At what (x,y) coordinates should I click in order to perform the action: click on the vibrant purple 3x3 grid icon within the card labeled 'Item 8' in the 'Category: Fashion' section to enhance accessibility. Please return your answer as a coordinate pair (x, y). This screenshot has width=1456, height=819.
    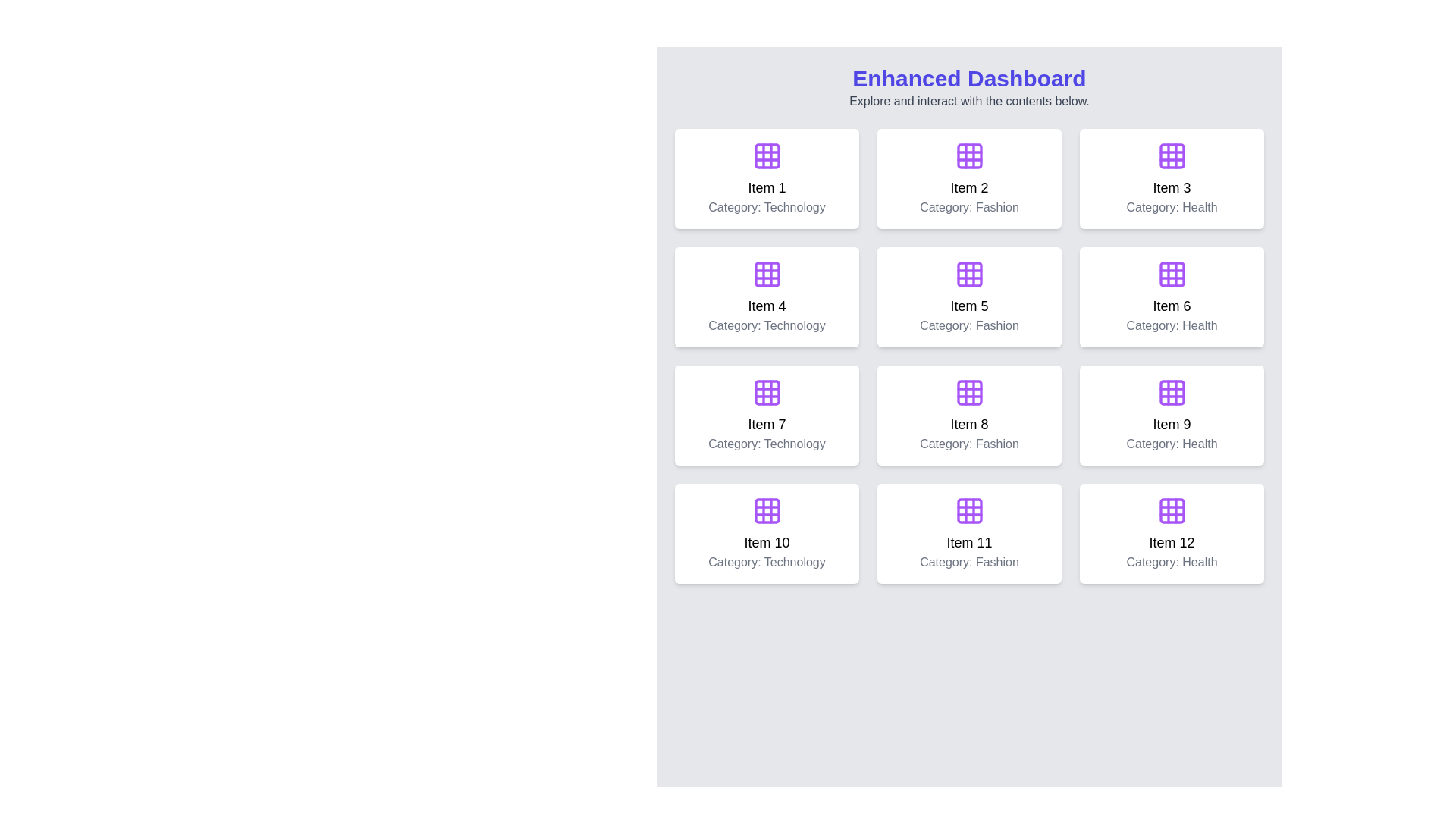
    Looking at the image, I should click on (968, 391).